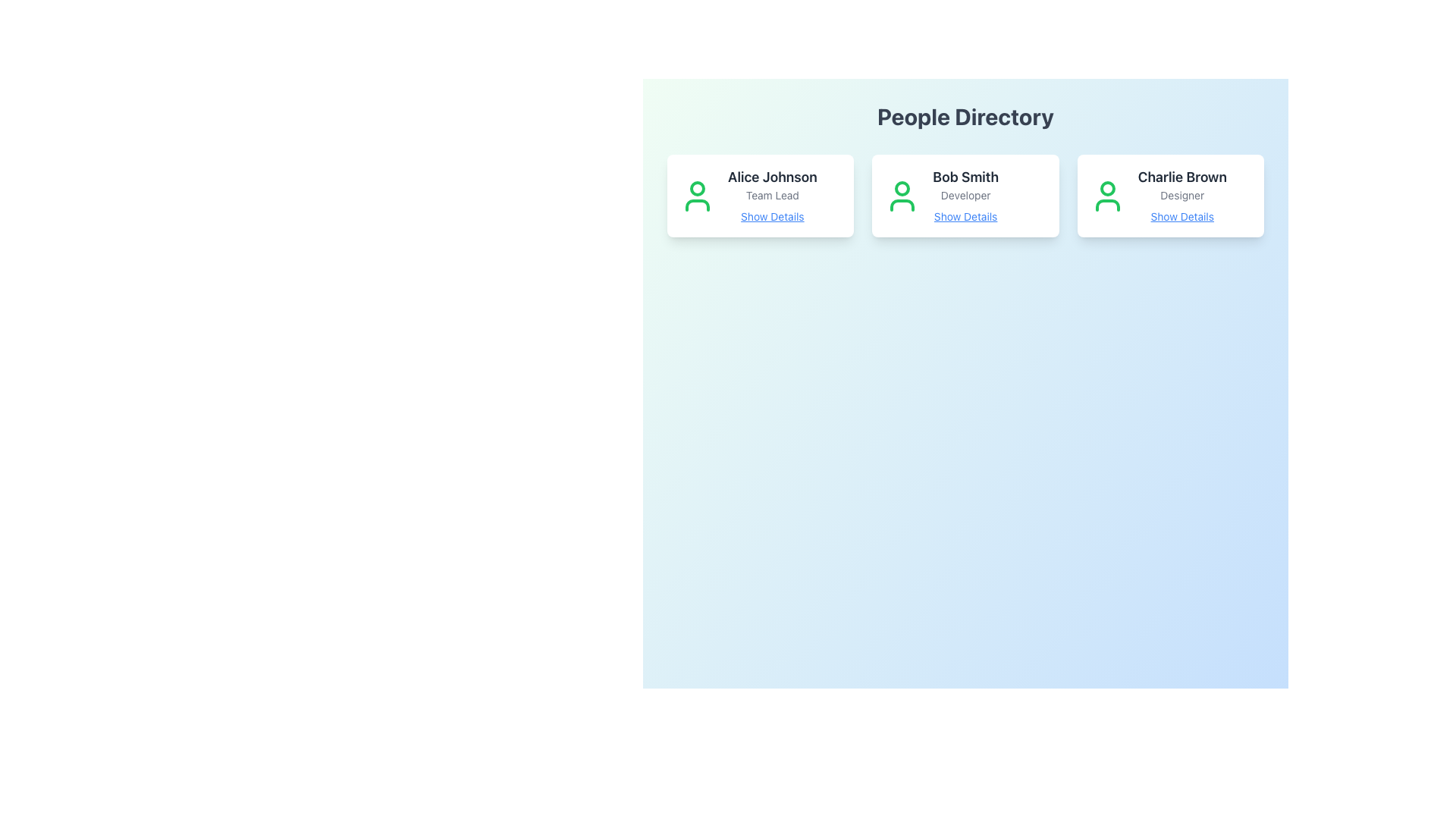  What do you see at coordinates (772, 177) in the screenshot?
I see `the text label displaying 'Alice Johnson', which is styled in bold with a dark color and located at the top of the first user card in the 'People Directory' section` at bounding box center [772, 177].